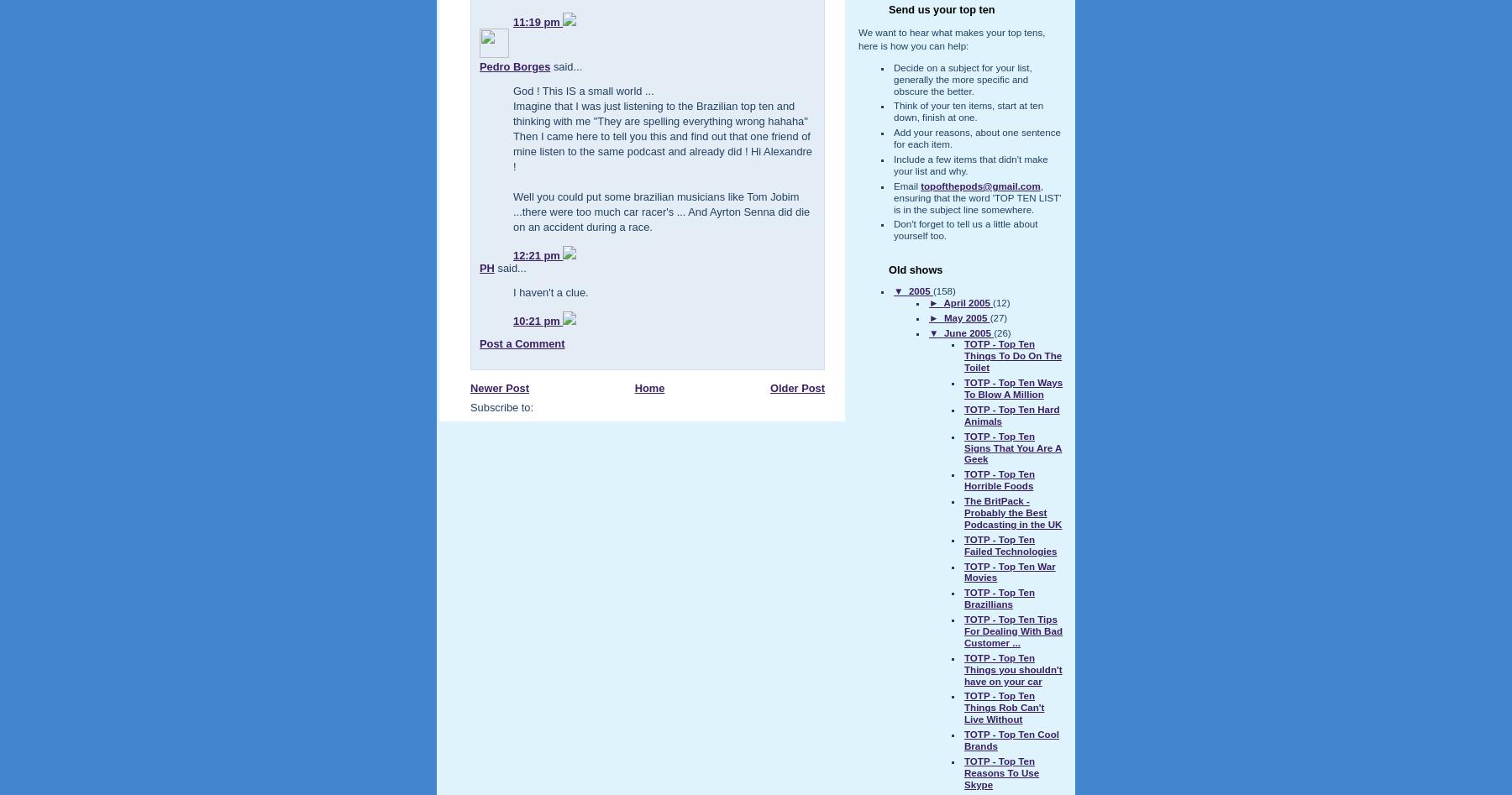  I want to click on '(27)', so click(997, 316).